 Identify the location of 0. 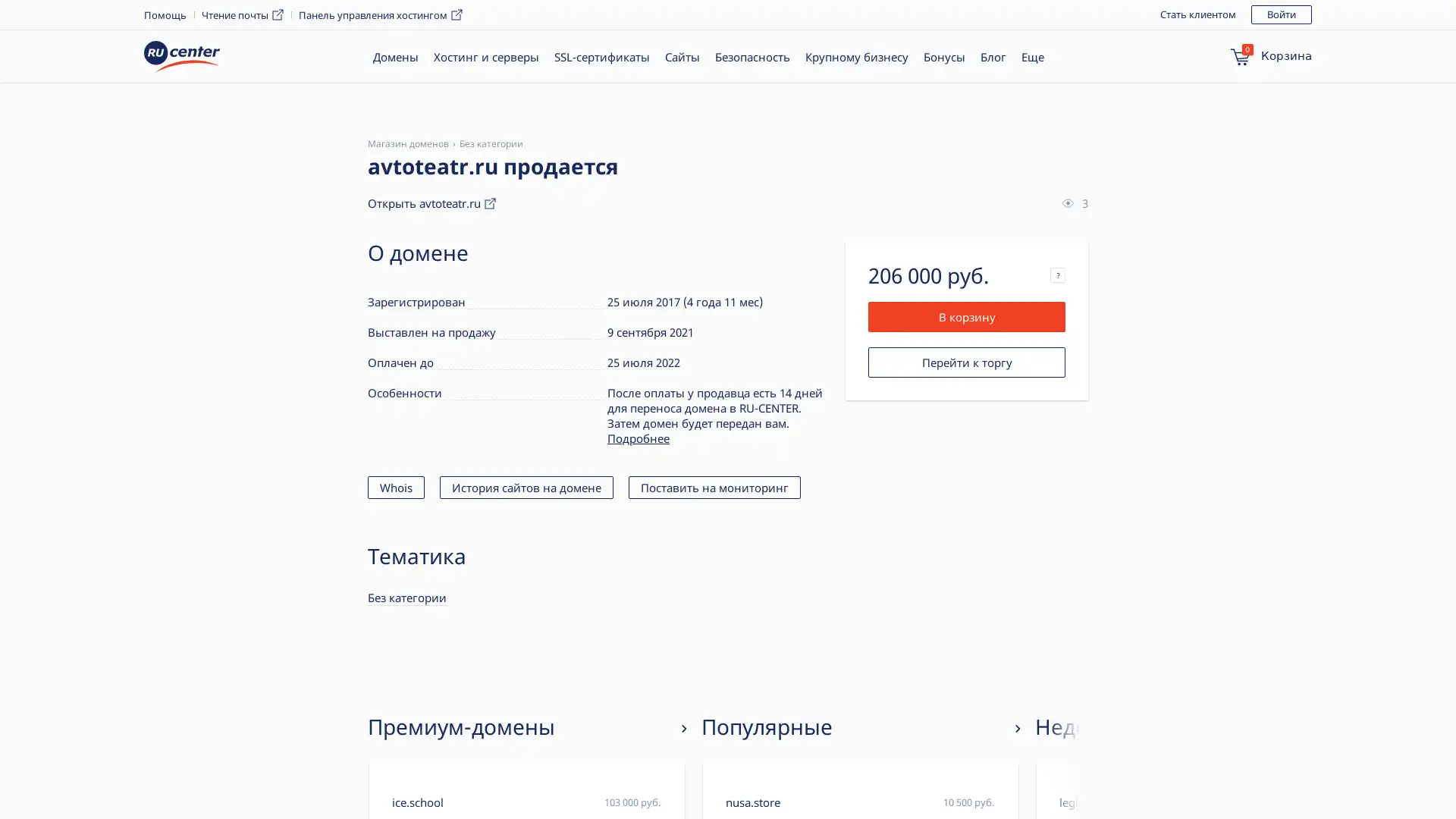
(1270, 55).